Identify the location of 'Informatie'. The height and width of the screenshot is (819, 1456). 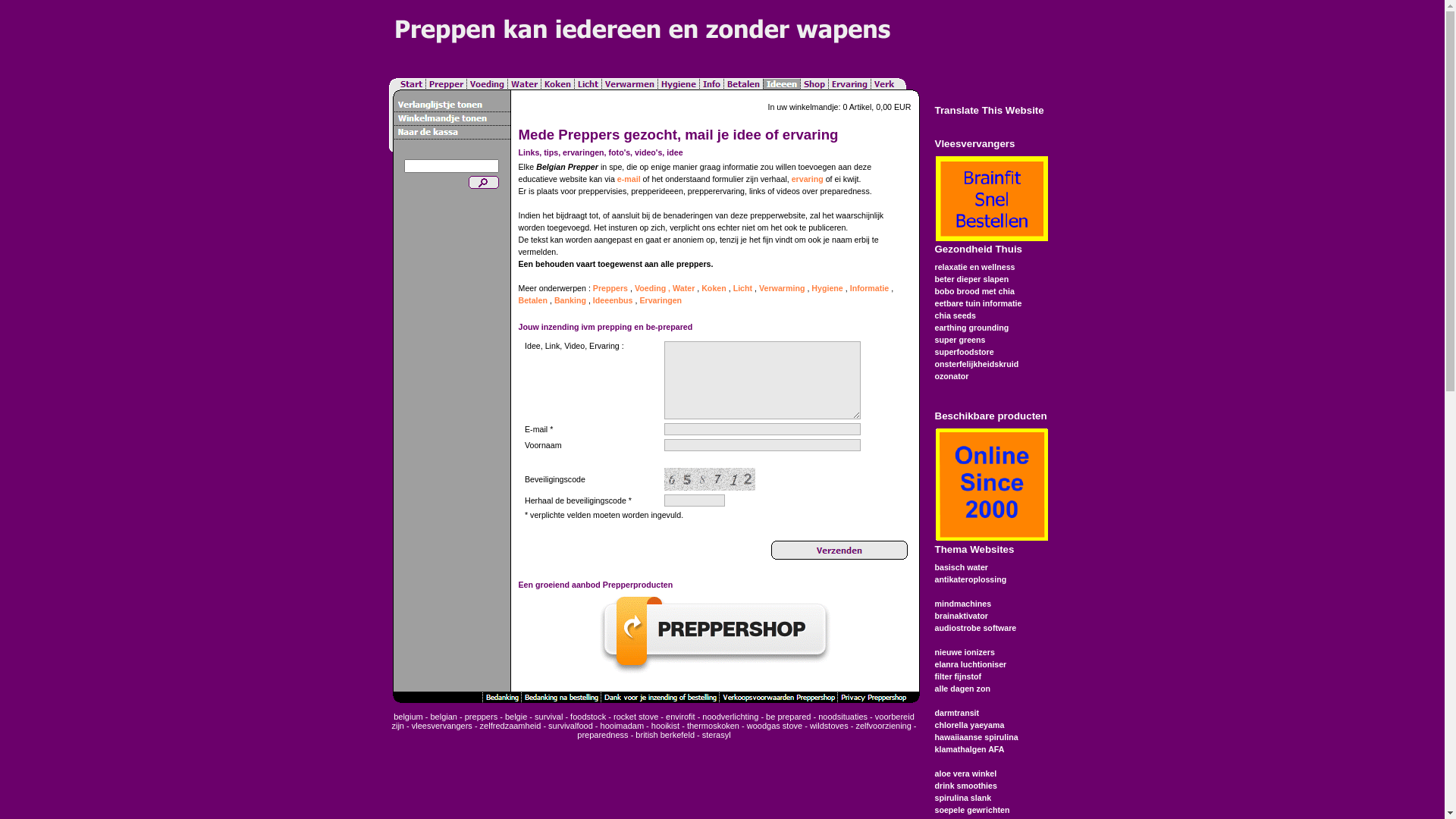
(870, 288).